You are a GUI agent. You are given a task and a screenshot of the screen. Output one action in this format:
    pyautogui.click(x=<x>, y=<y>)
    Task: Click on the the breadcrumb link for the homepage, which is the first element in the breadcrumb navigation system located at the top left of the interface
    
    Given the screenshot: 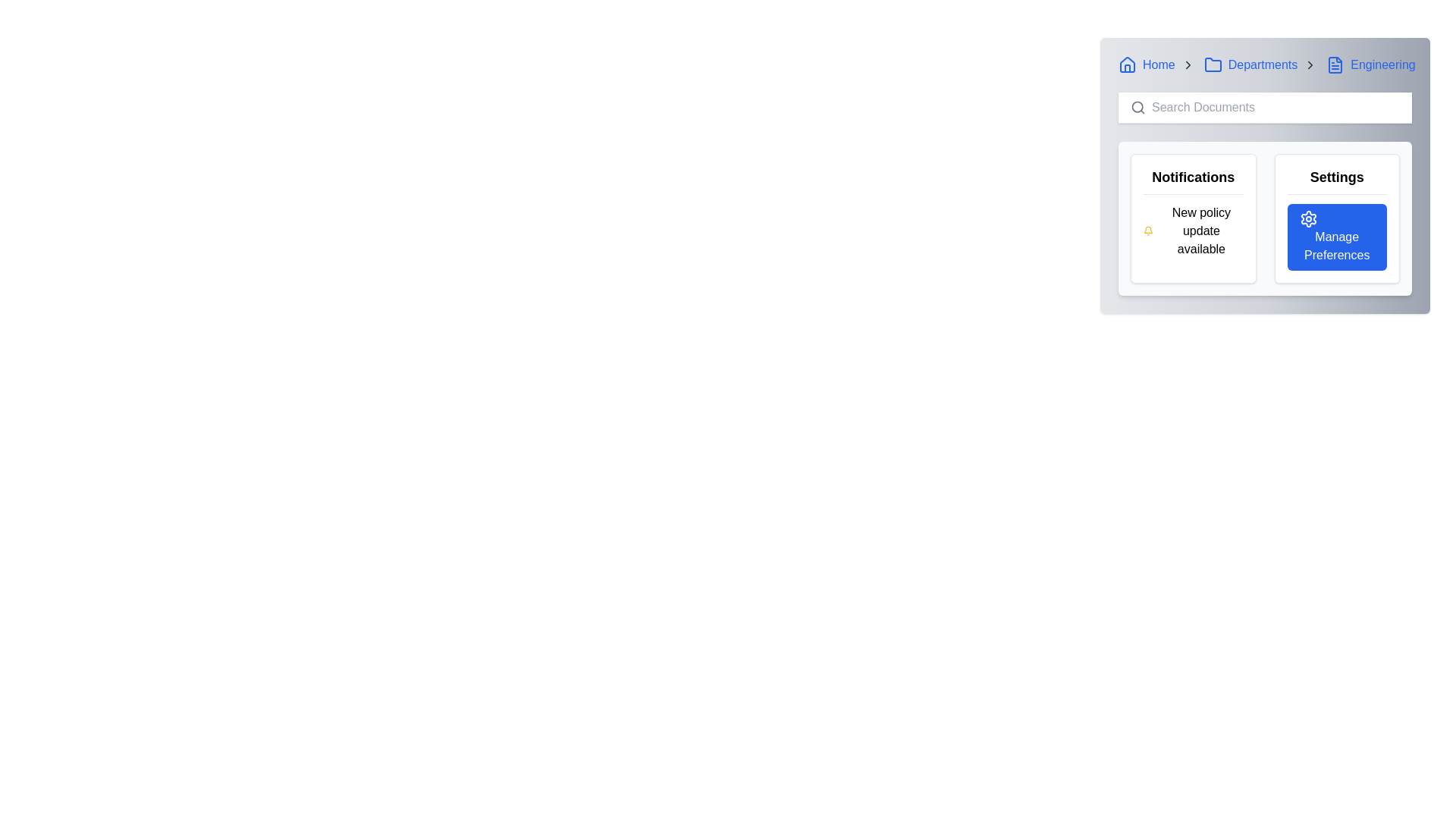 What is the action you would take?
    pyautogui.click(x=1156, y=64)
    